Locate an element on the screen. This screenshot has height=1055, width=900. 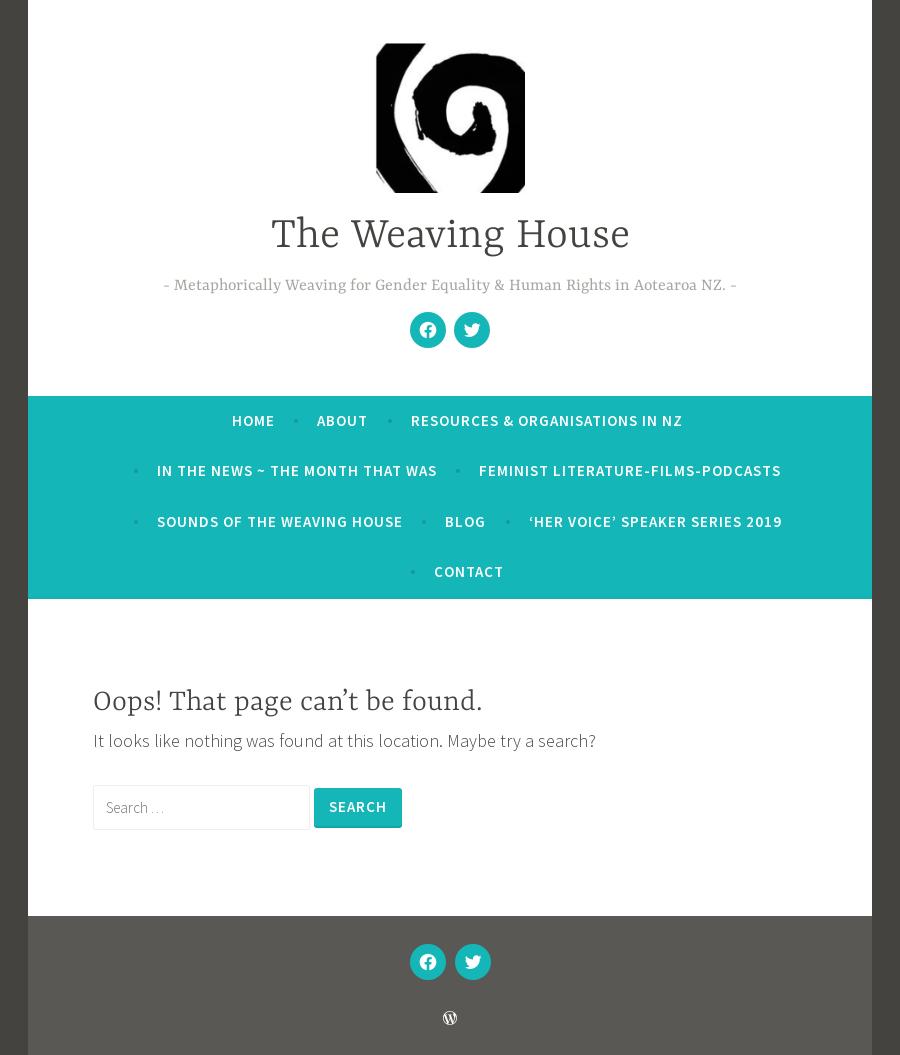
'Contact' is located at coordinates (433, 569).